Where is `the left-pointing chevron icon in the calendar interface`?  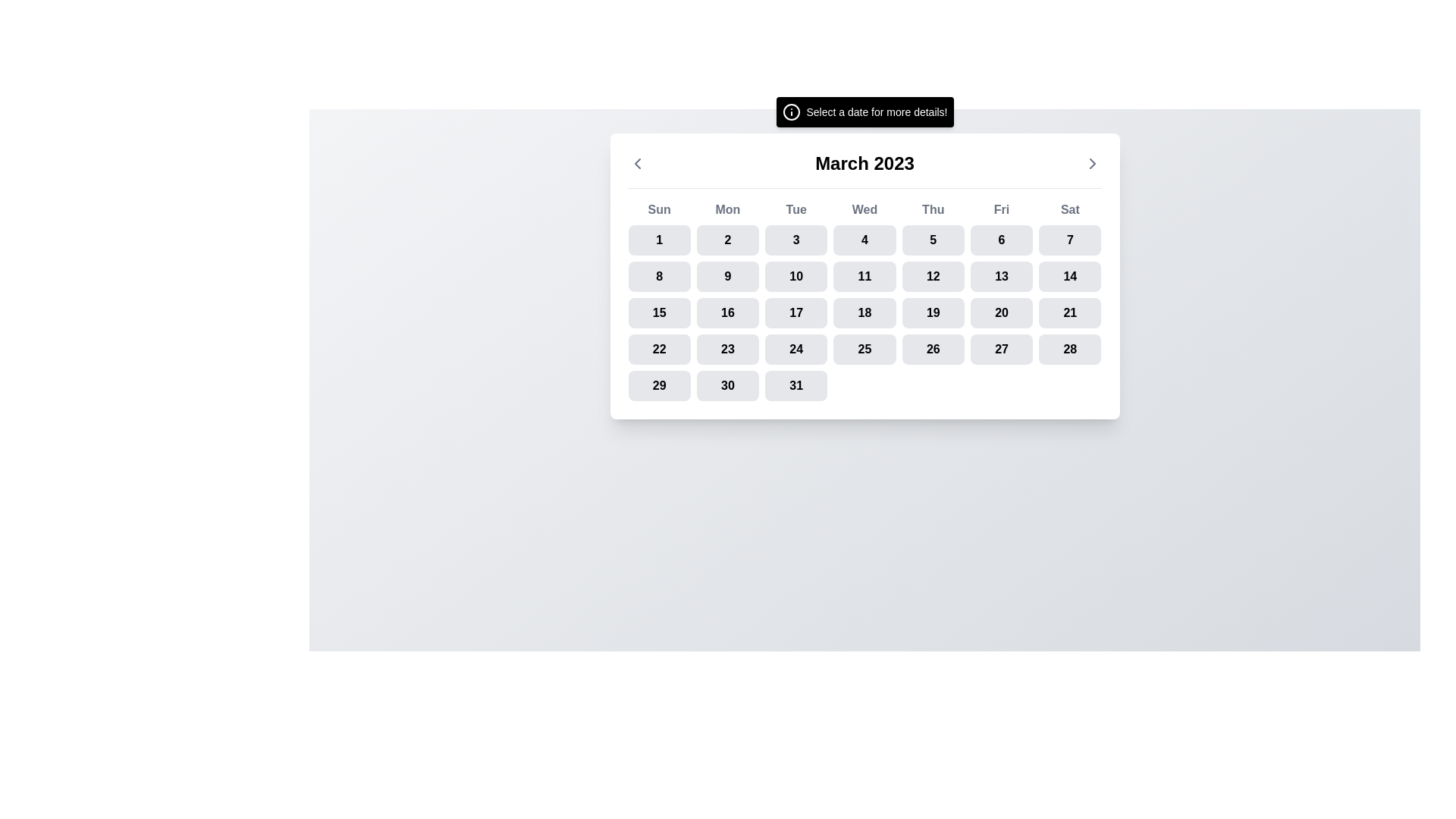
the left-pointing chevron icon in the calendar interface is located at coordinates (637, 164).